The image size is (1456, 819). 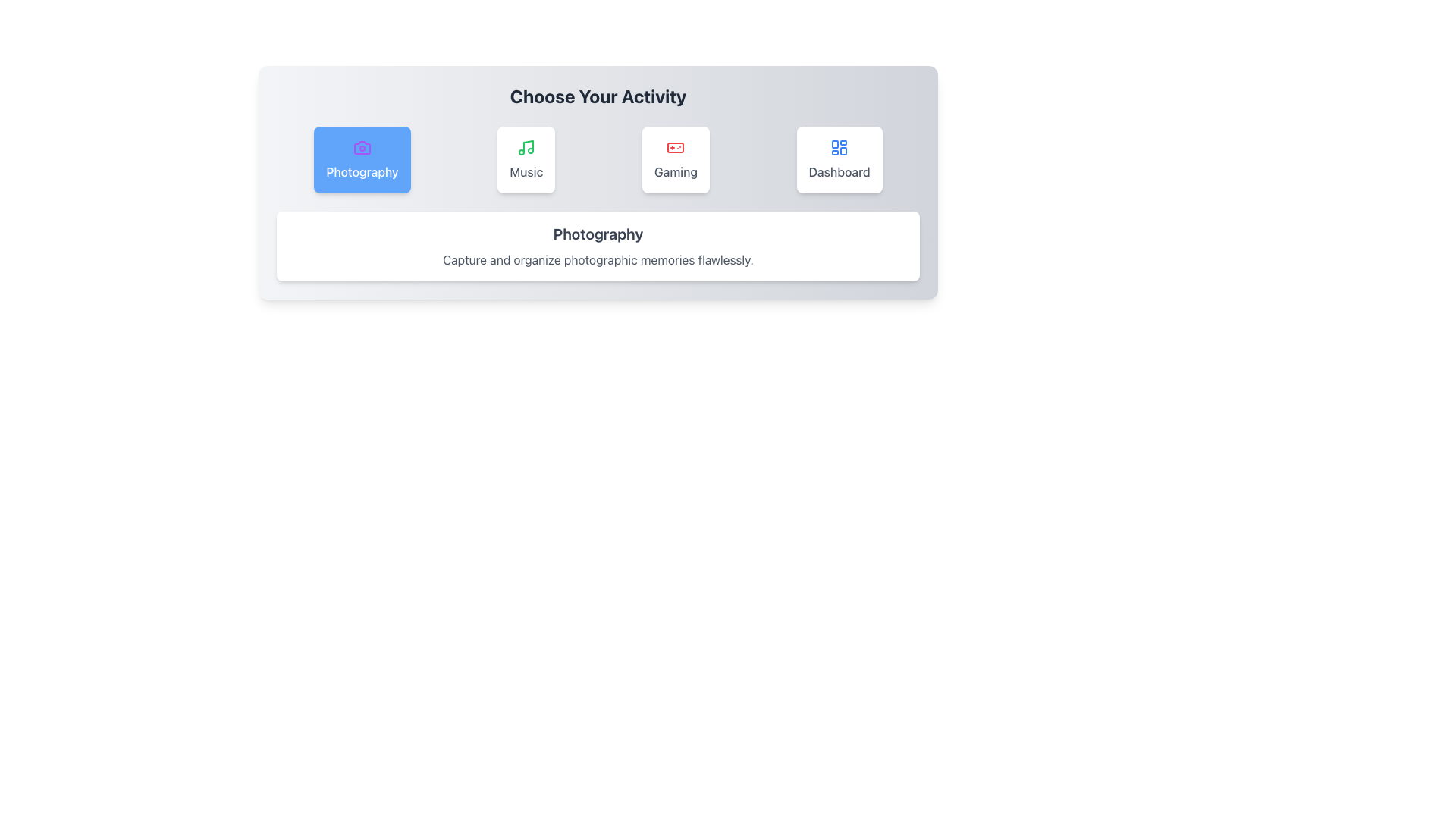 What do you see at coordinates (675, 160) in the screenshot?
I see `the 'Gaming' button, which is the card-styled button featuring a gaming controller icon and text underneath, positioned third in a row of four cards` at bounding box center [675, 160].